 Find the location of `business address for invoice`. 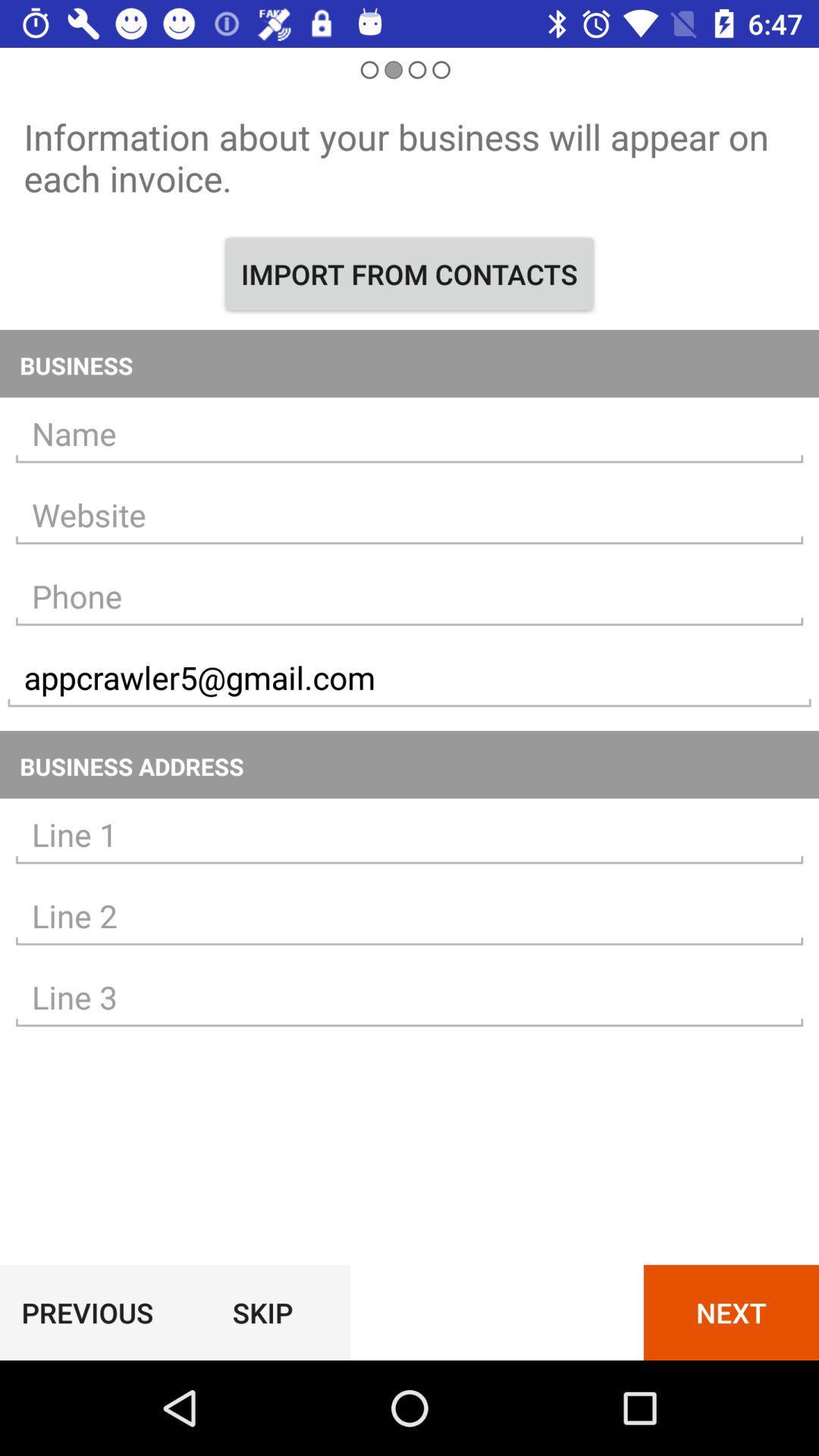

business address for invoice is located at coordinates (409, 834).